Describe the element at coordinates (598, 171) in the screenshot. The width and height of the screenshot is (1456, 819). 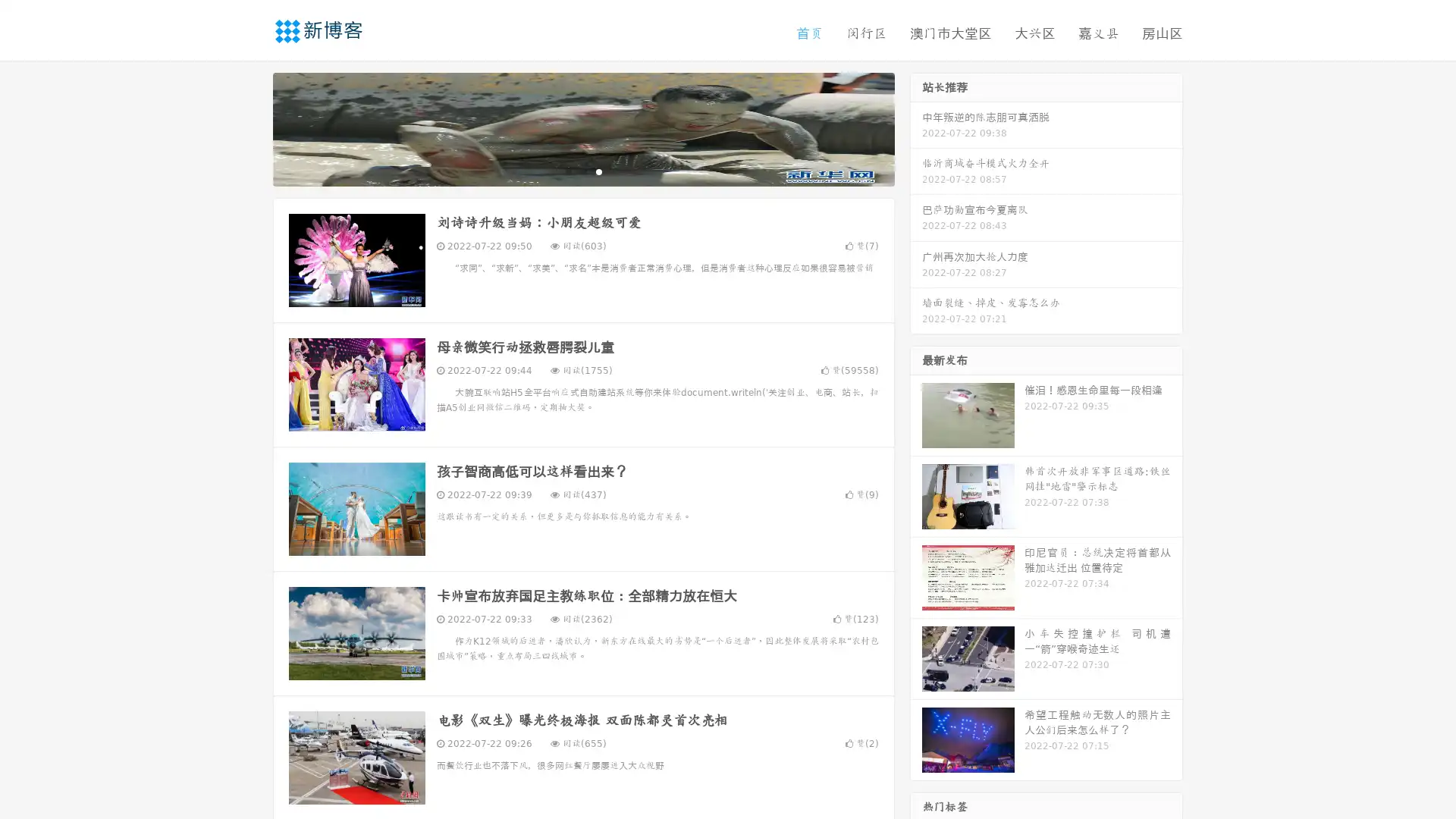
I see `Go to slide 3` at that location.